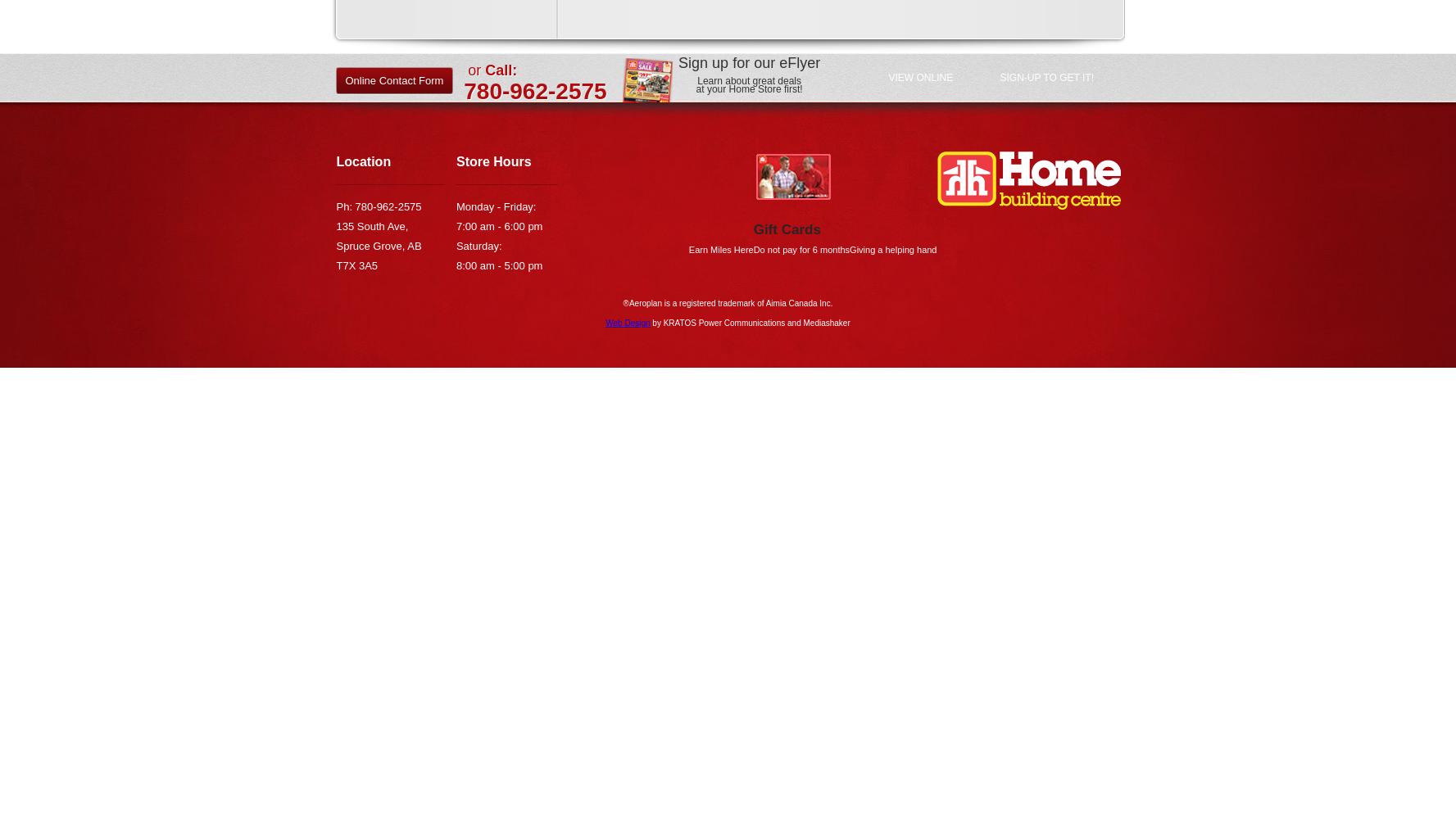  What do you see at coordinates (497, 264) in the screenshot?
I see `'8:00 am - 5:00 pm'` at bounding box center [497, 264].